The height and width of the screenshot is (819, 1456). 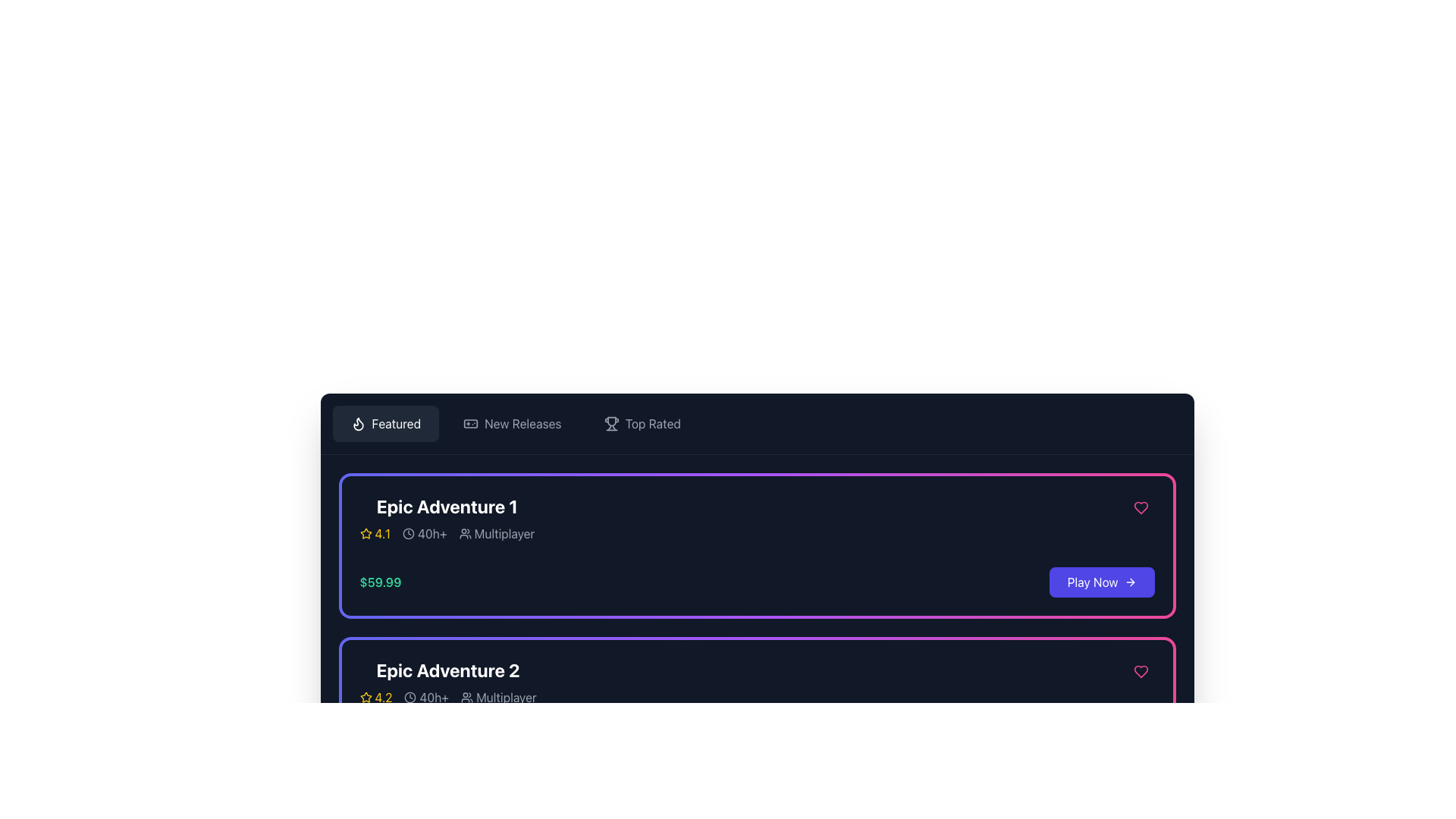 I want to click on the flame icon located in the top navigation bar, adjacent to the 'Featured' label, so click(x=357, y=424).